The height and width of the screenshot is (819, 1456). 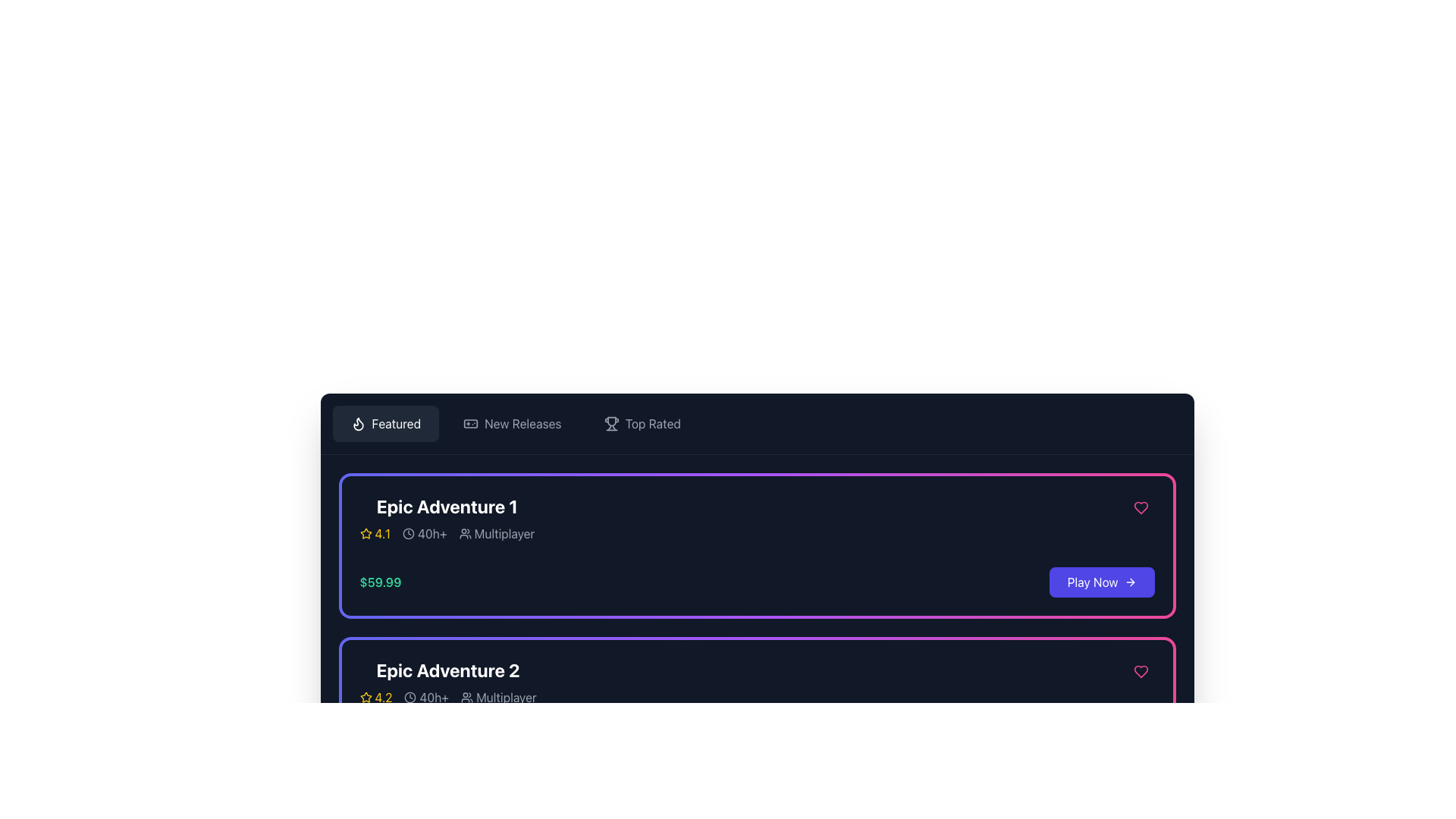 I want to click on the flame icon located in the top navigation bar, adjacent to the 'Featured' label, so click(x=357, y=424).